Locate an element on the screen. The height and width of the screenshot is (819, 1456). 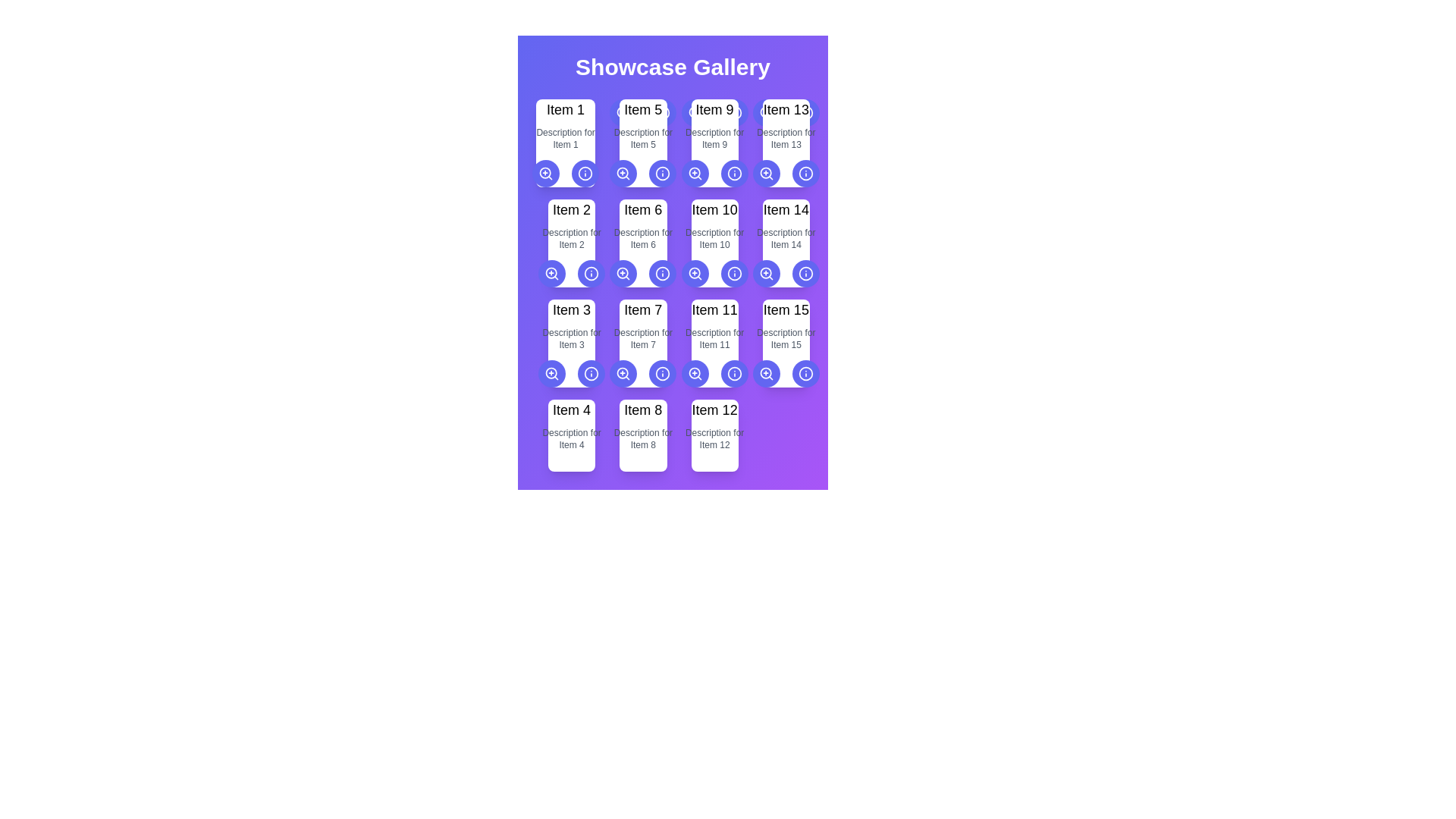
the info button on the third card in the top row of the grid layout is located at coordinates (714, 143).